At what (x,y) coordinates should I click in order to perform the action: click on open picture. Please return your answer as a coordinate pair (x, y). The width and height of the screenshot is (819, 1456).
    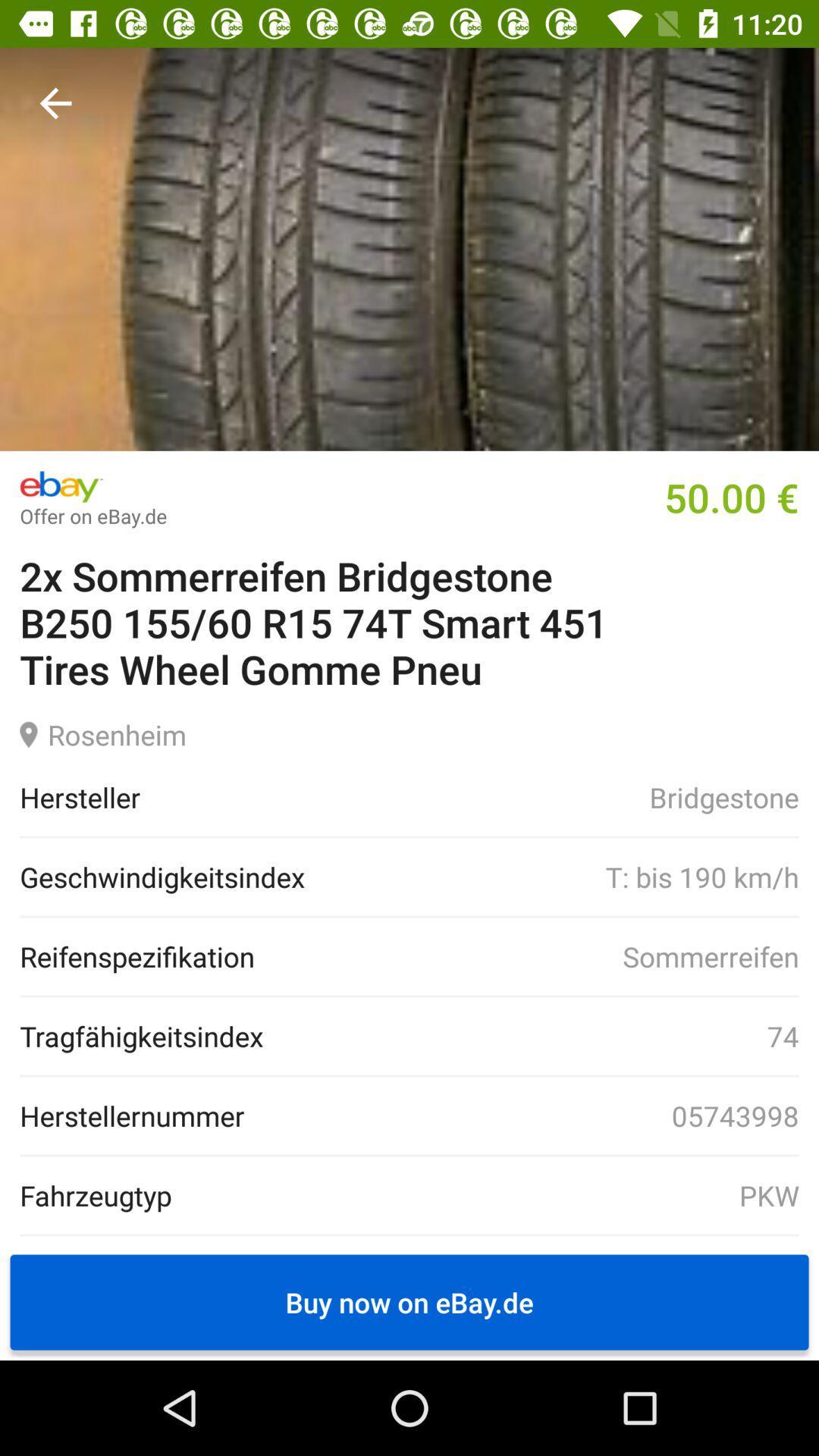
    Looking at the image, I should click on (409, 249).